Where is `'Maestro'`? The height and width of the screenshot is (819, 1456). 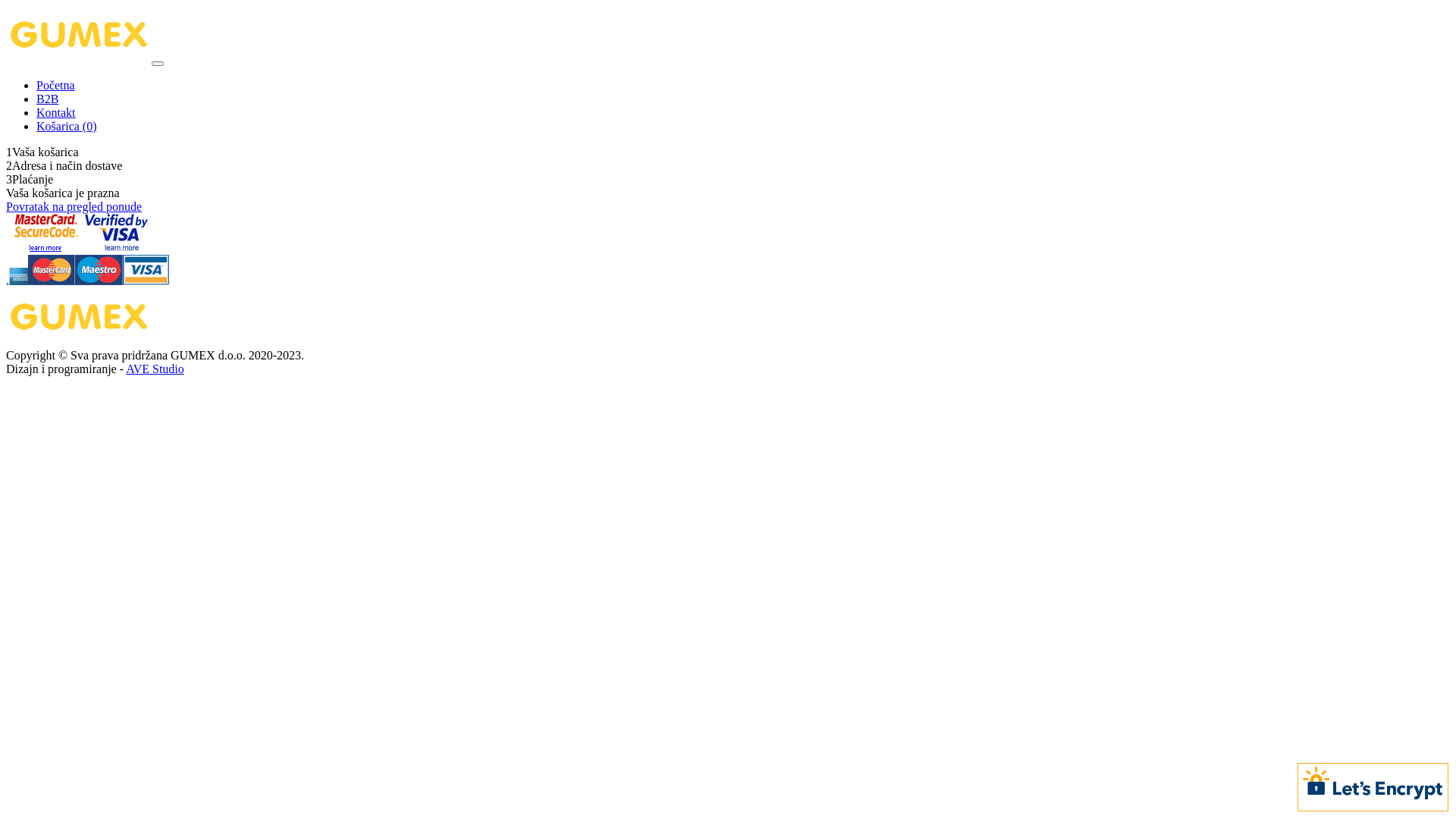
'Maestro' is located at coordinates (98, 281).